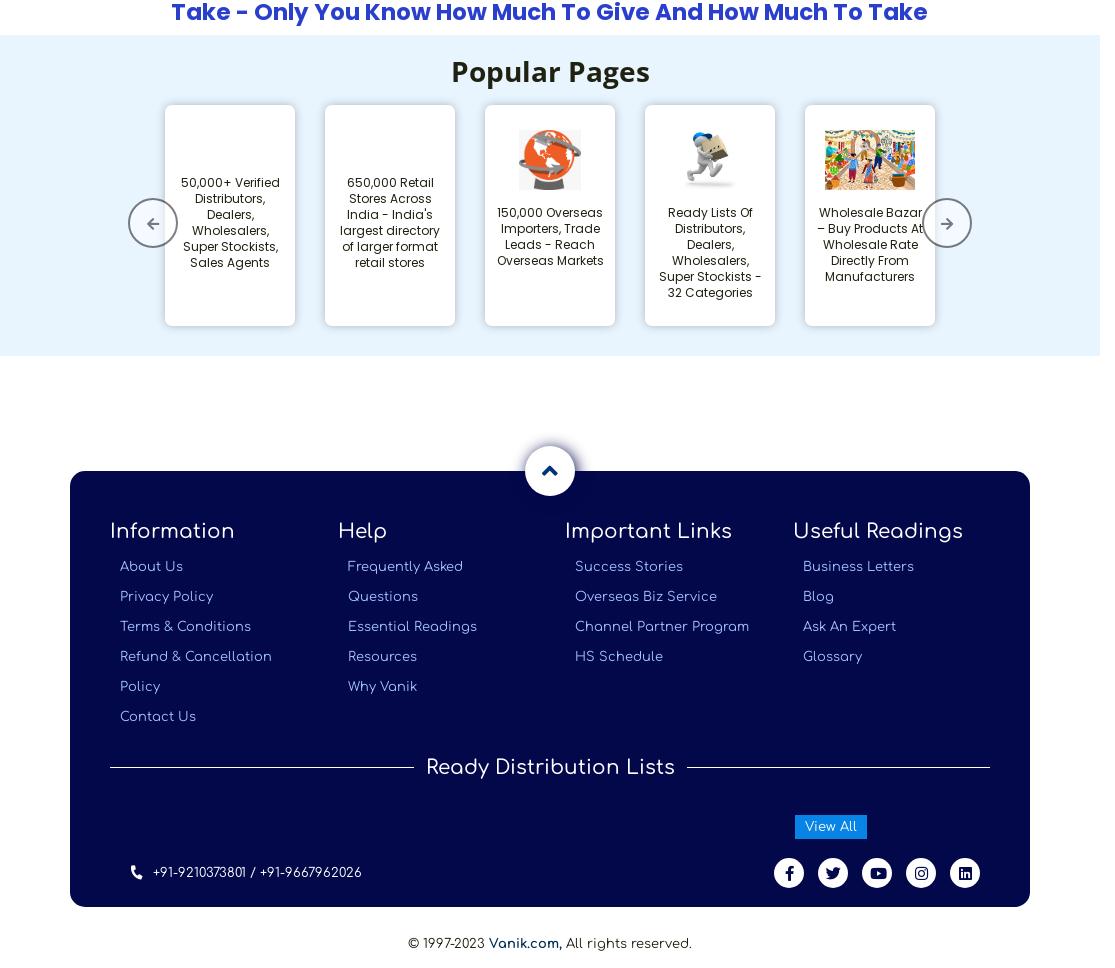  What do you see at coordinates (389, 220) in the screenshot?
I see `'650,000 Retail Stores Across India - India's largest directory of larger format retail stores'` at bounding box center [389, 220].